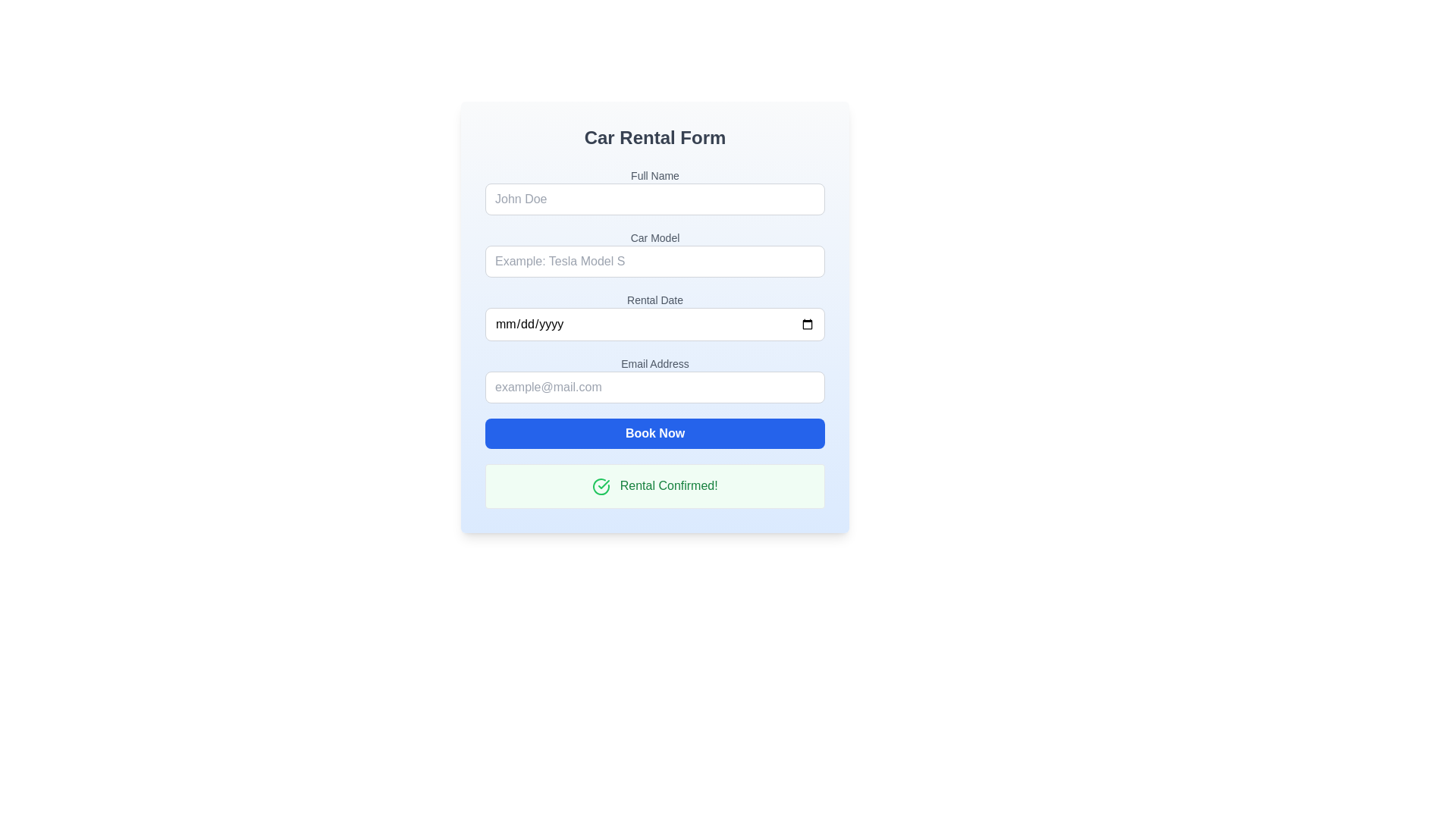 This screenshot has width=1456, height=819. I want to click on the checkmark icon within the circular frame, which is styled in green and located to the left of the 'Rental Confirmed!' message, so click(603, 484).